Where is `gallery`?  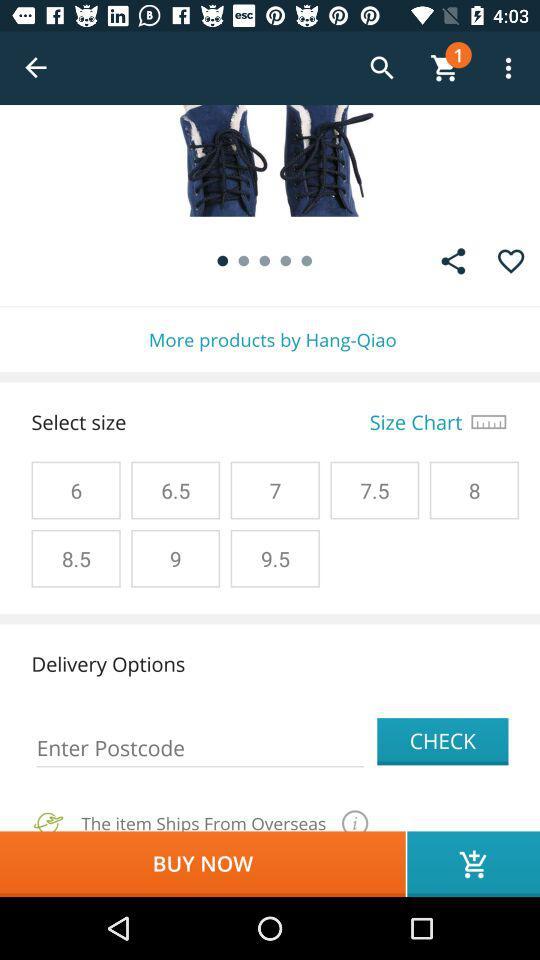 gallery is located at coordinates (453, 260).